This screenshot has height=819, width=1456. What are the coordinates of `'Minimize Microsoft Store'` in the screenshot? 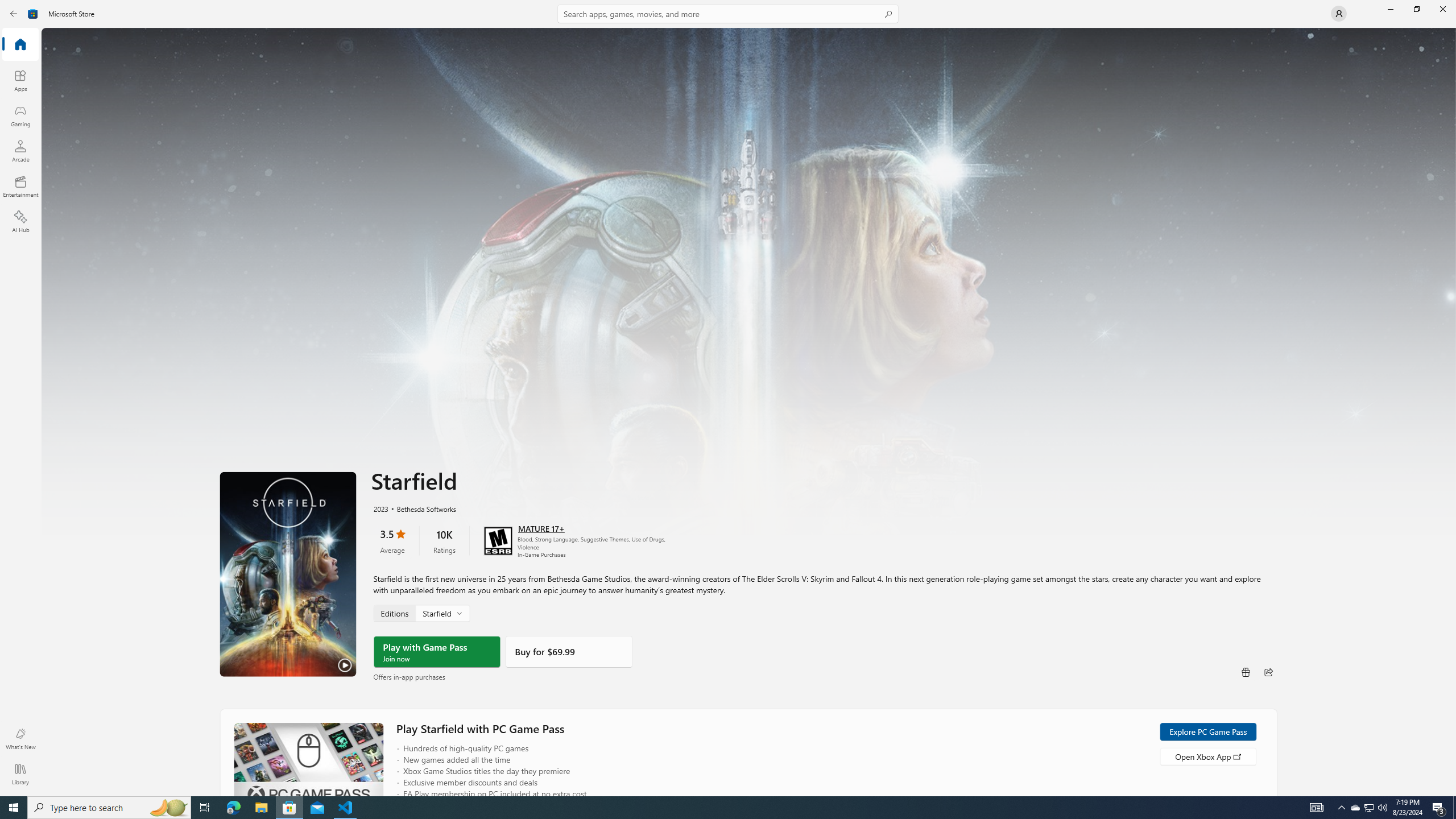 It's located at (1389, 9).